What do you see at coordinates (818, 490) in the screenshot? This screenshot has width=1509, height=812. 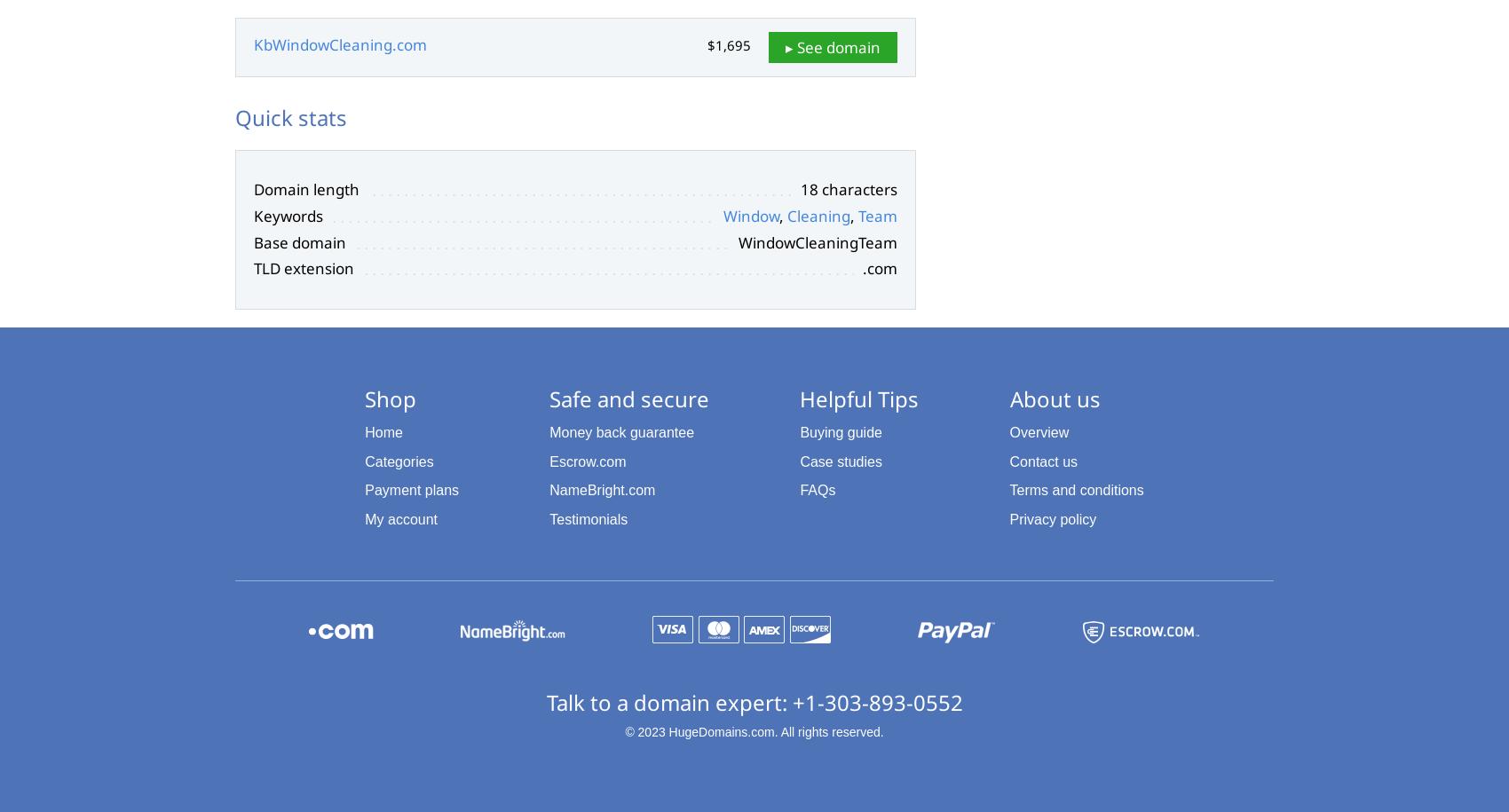 I see `'FAQs'` at bounding box center [818, 490].